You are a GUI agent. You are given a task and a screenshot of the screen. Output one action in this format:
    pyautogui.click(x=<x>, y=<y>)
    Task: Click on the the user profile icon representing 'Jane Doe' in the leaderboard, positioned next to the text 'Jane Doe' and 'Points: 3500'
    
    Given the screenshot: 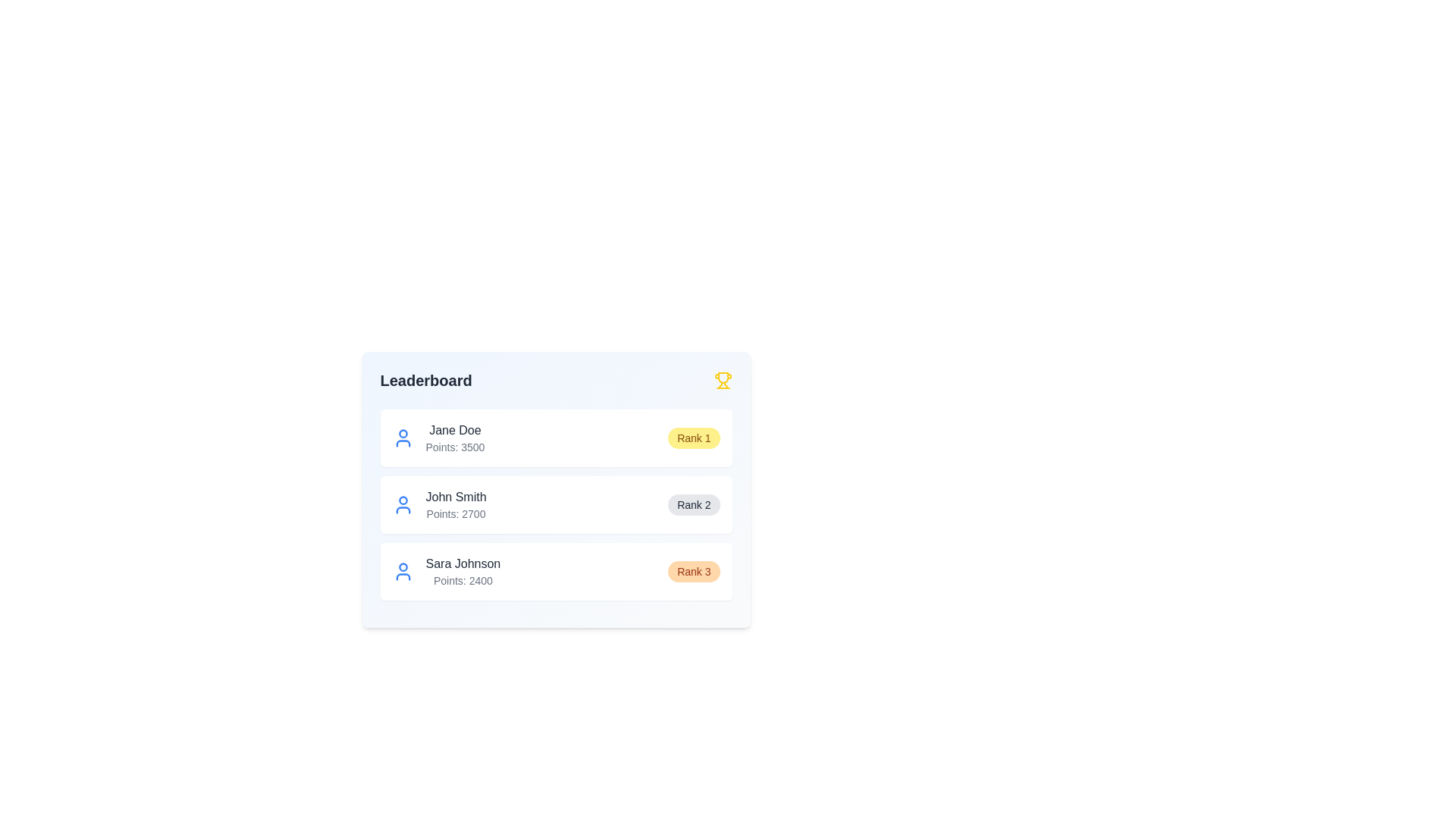 What is the action you would take?
    pyautogui.click(x=403, y=438)
    